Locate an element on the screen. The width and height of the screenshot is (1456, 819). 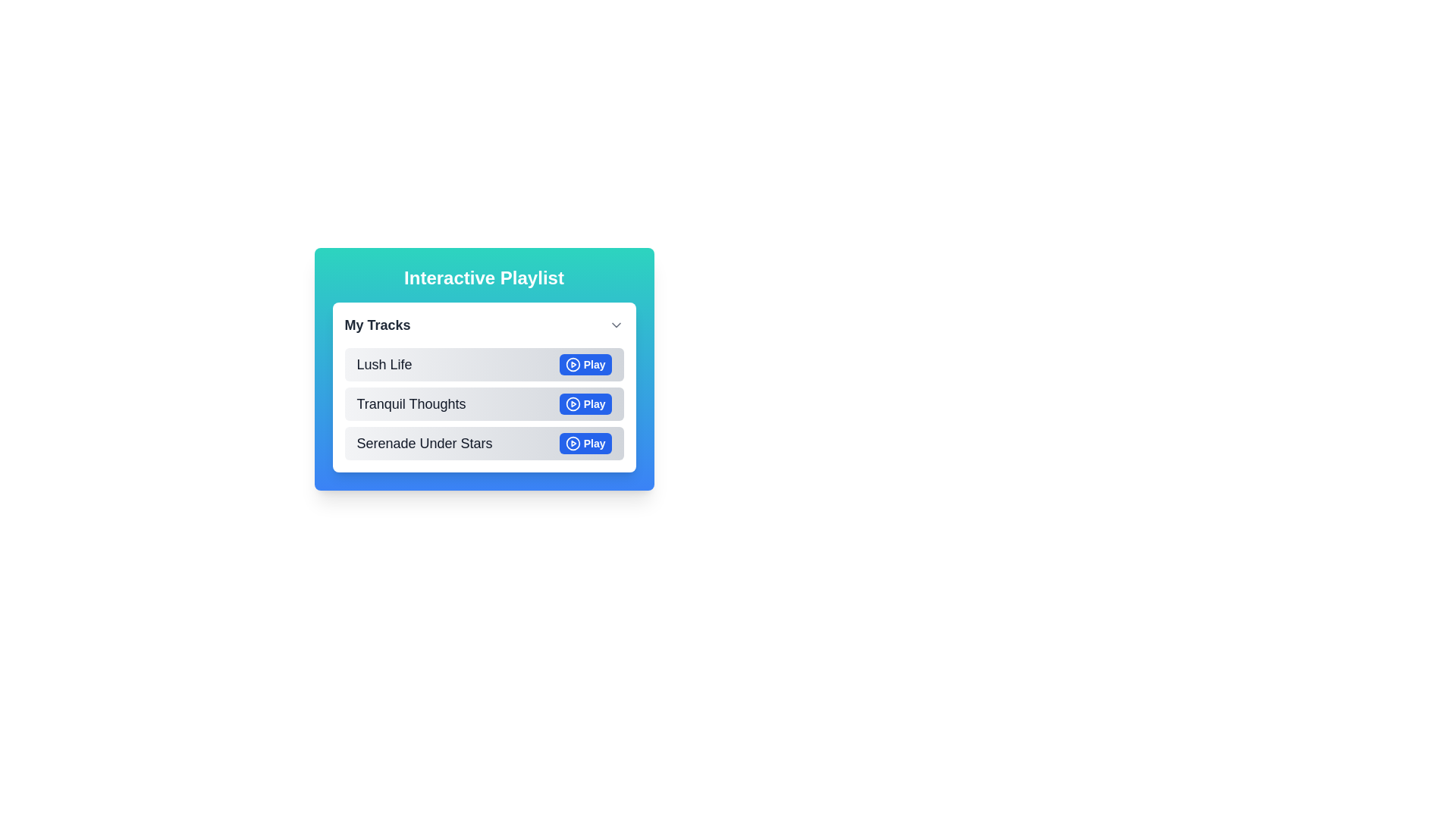
the decorative circular outline of the interactive play icon located in the rightmost 'Play' button of the 'Tranquil Thoughts' track is located at coordinates (572, 403).